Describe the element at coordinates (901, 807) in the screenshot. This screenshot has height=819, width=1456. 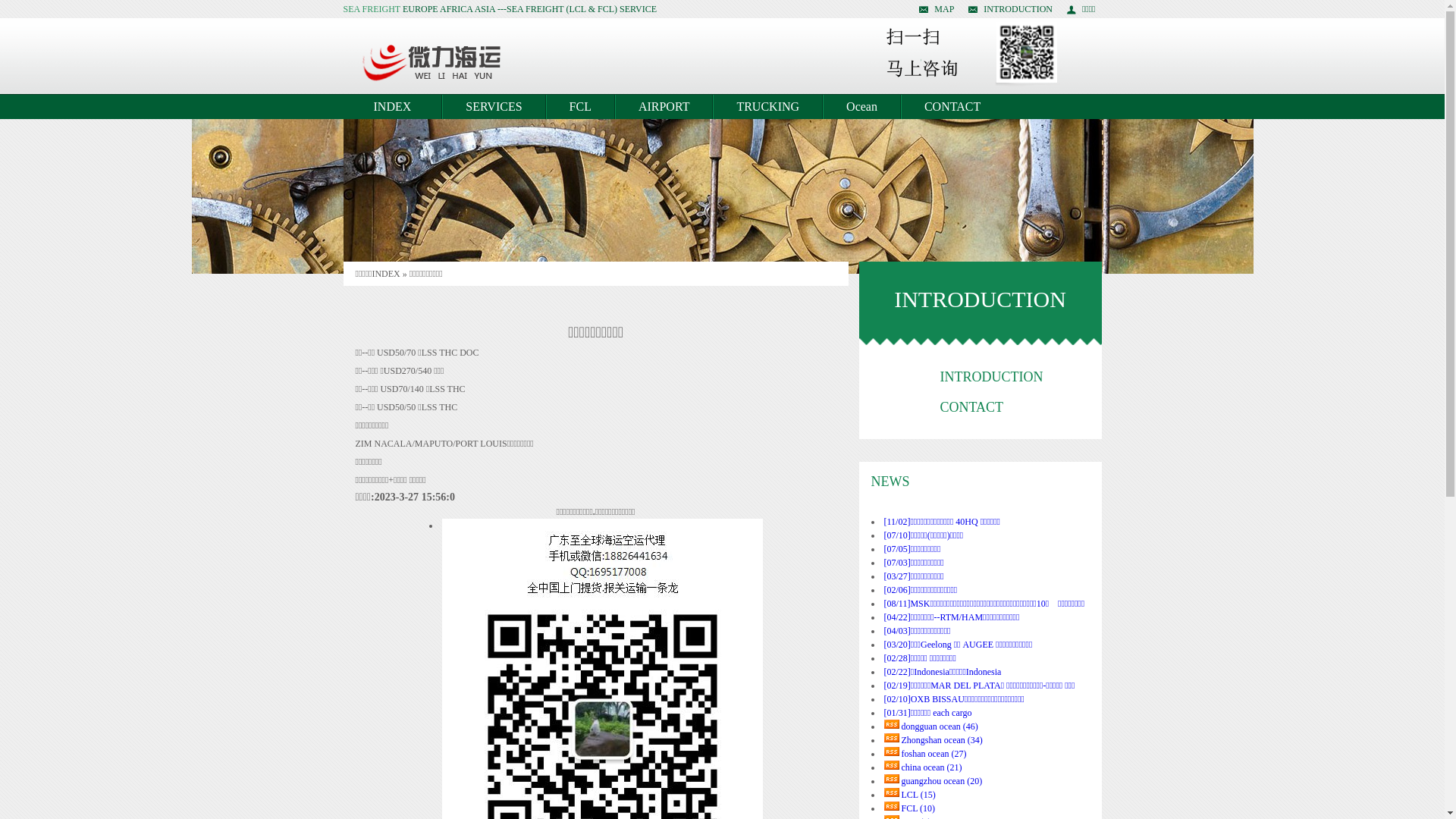
I see `'FCL (10)'` at that location.